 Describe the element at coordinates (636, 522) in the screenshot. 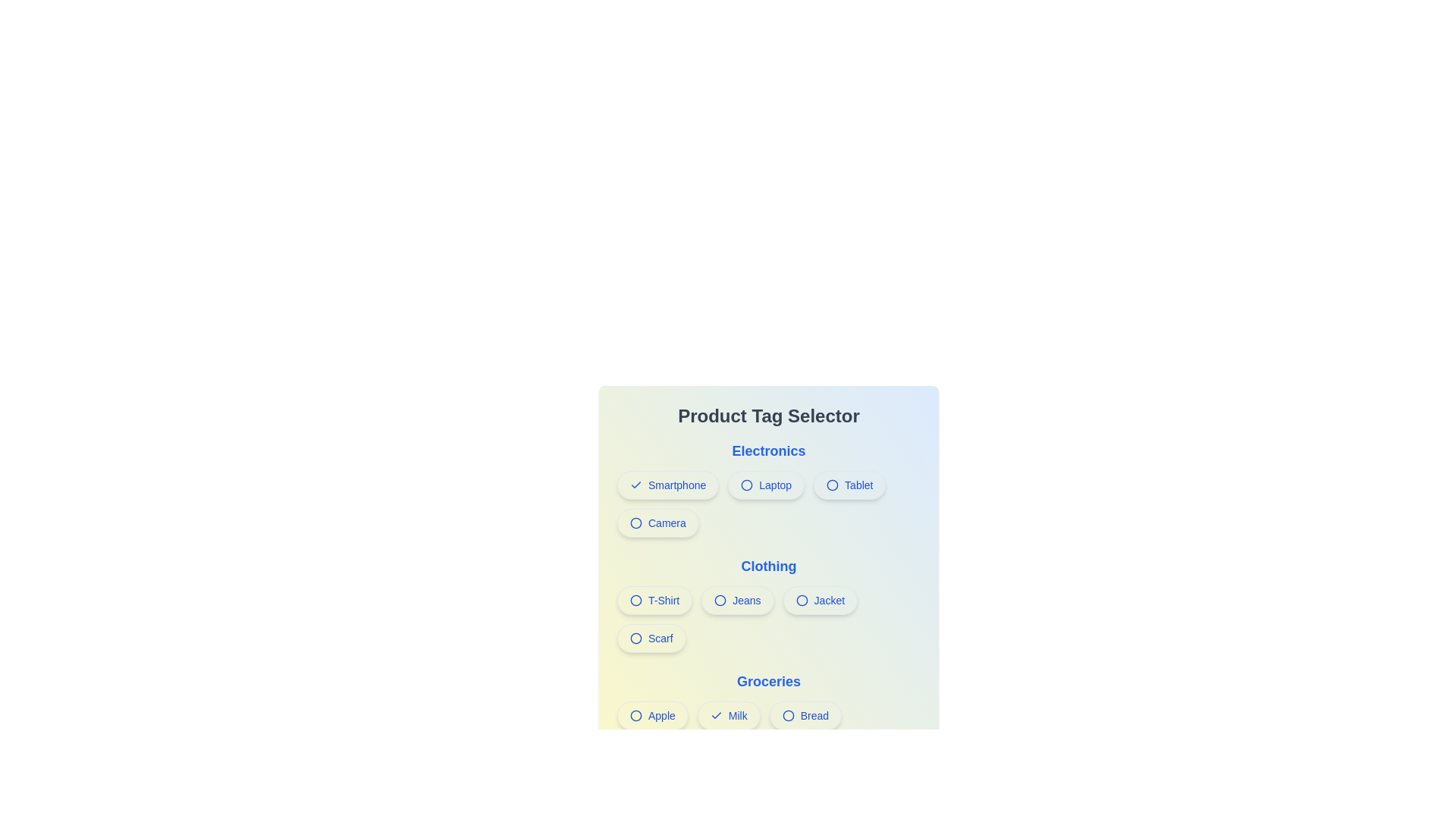

I see `the circular outline element representing the 'Camera' option in the 'Electronics' section of the 'Product Tag Selector'` at that location.